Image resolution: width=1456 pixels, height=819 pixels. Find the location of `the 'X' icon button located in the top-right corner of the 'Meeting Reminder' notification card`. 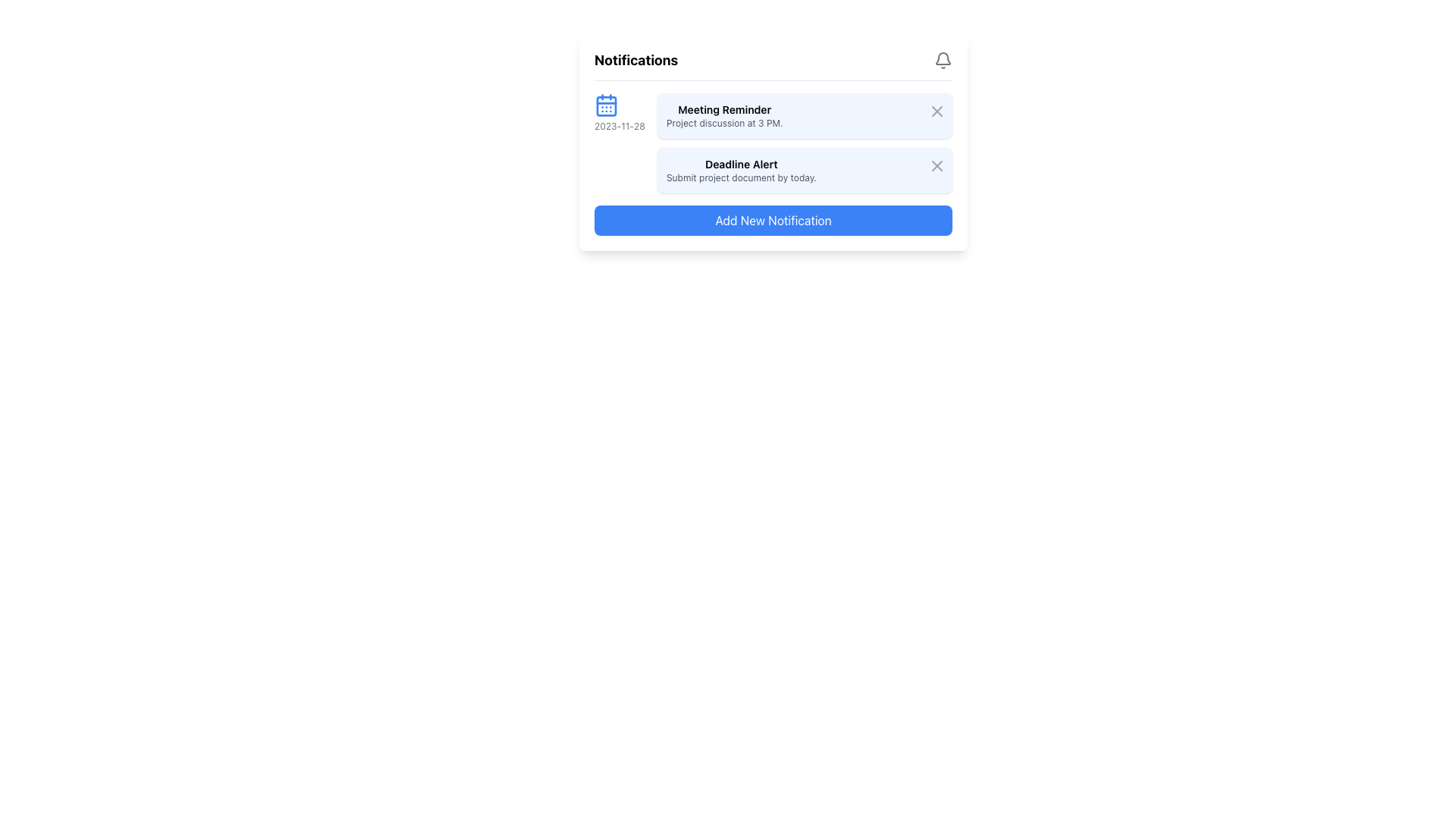

the 'X' icon button located in the top-right corner of the 'Meeting Reminder' notification card is located at coordinates (937, 110).